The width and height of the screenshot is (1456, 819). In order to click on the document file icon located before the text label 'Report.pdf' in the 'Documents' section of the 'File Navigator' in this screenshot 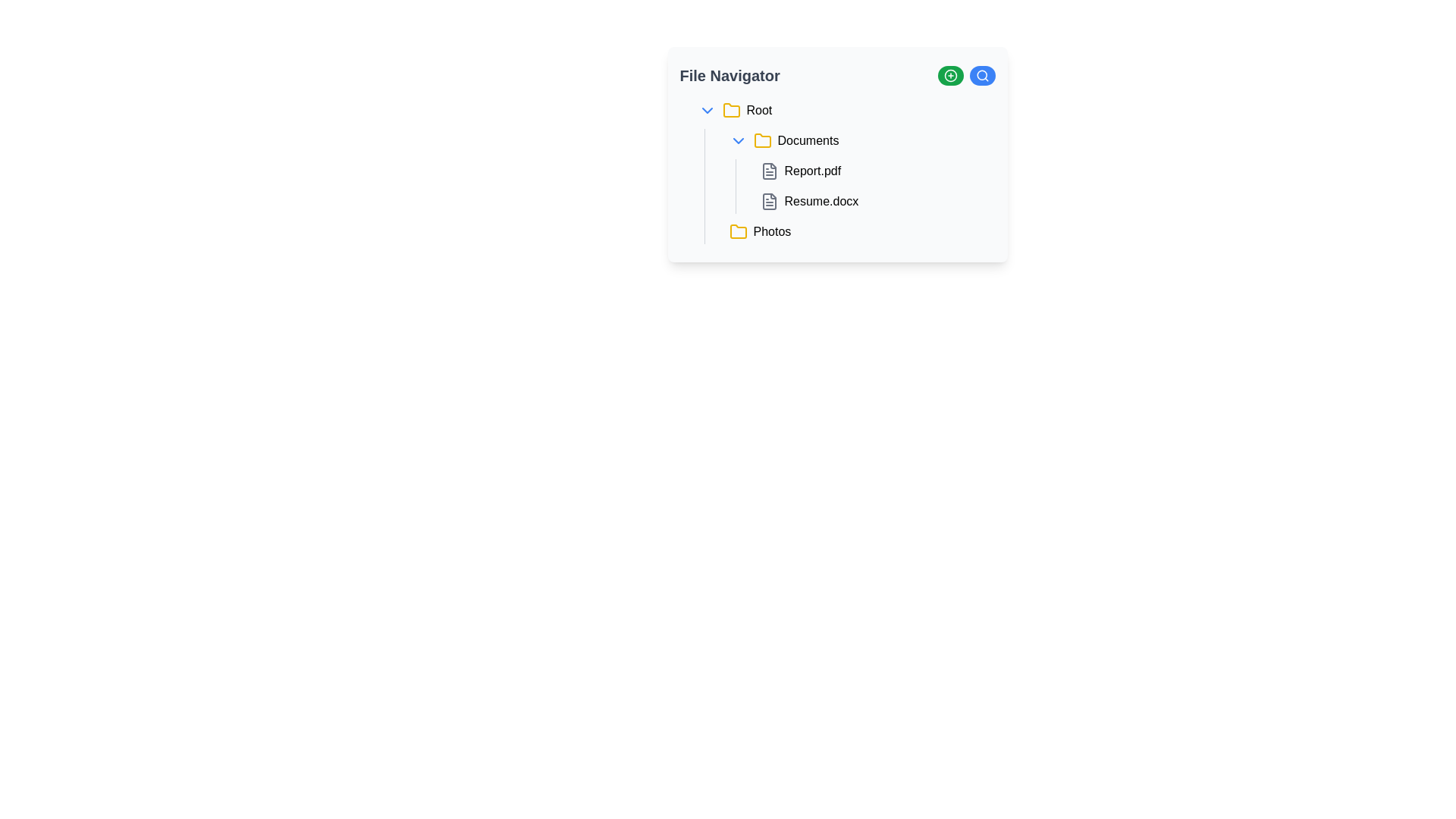, I will do `click(769, 171)`.